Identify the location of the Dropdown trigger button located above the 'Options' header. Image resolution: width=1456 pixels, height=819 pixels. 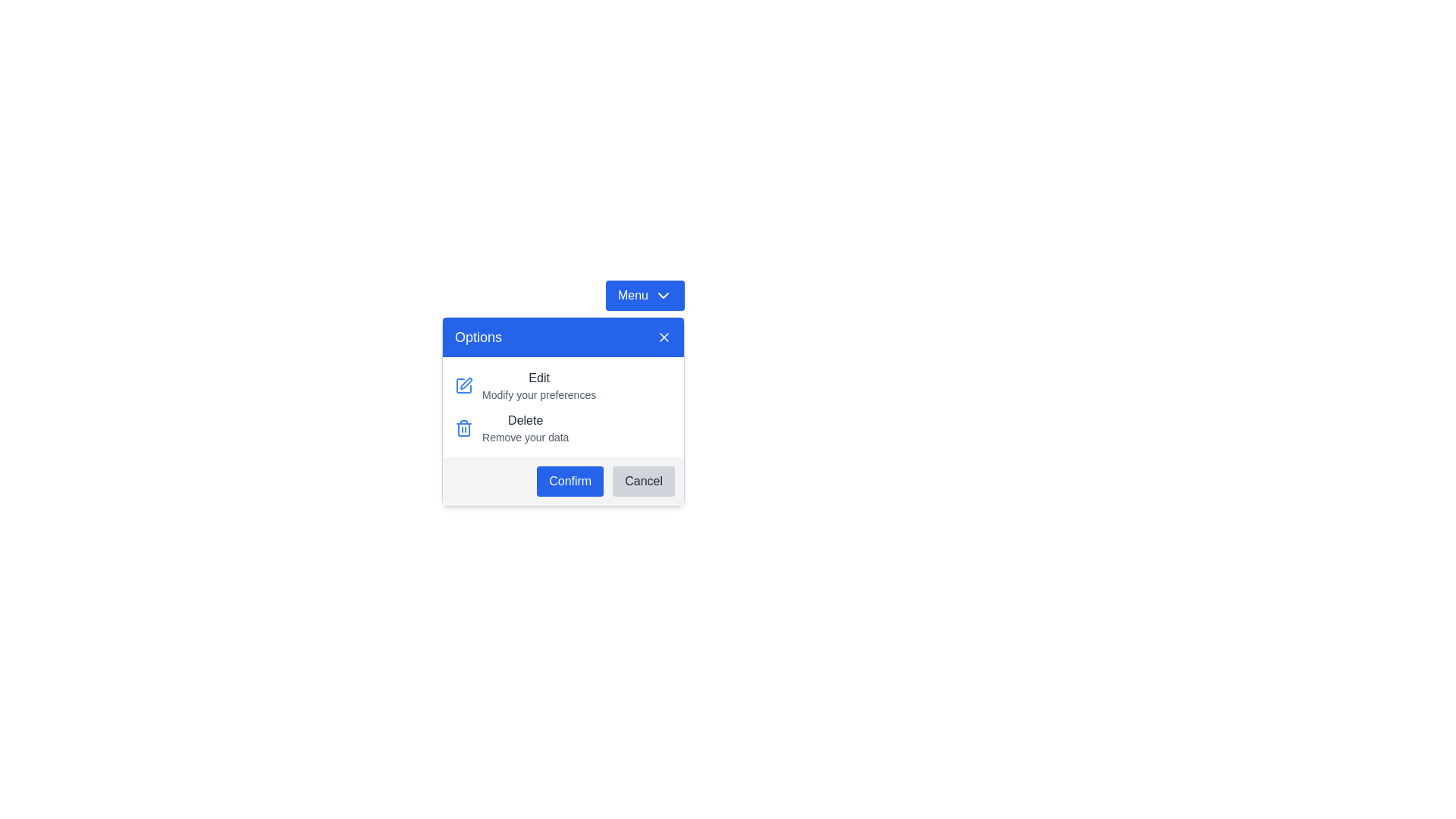
(645, 295).